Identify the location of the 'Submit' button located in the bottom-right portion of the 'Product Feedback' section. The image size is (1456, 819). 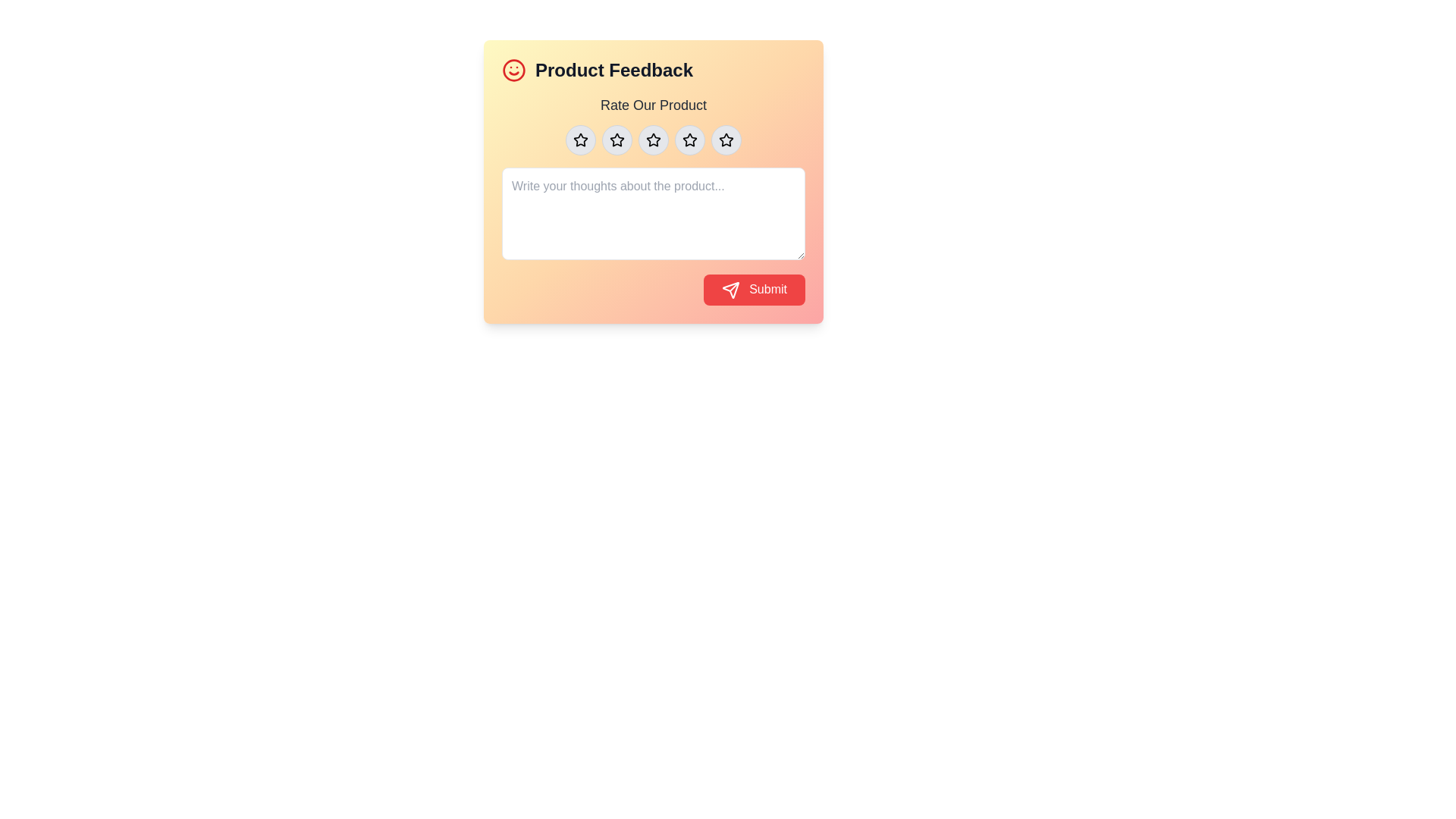
(754, 290).